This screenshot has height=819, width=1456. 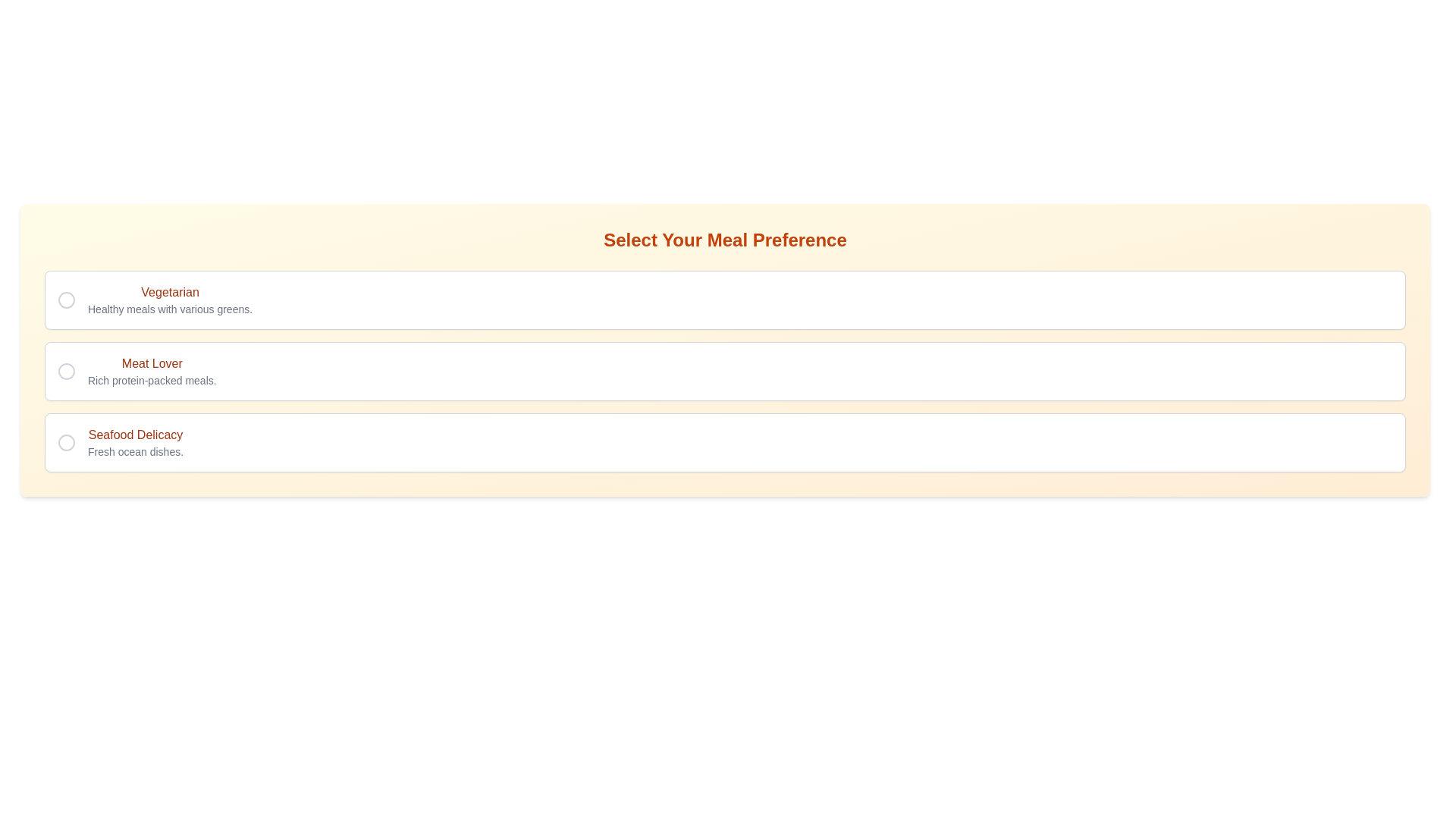 I want to click on the static text label providing information about the 'Vegetarian' meal preference option, located immediately below the 'Vegetarian' label, so click(x=170, y=309).